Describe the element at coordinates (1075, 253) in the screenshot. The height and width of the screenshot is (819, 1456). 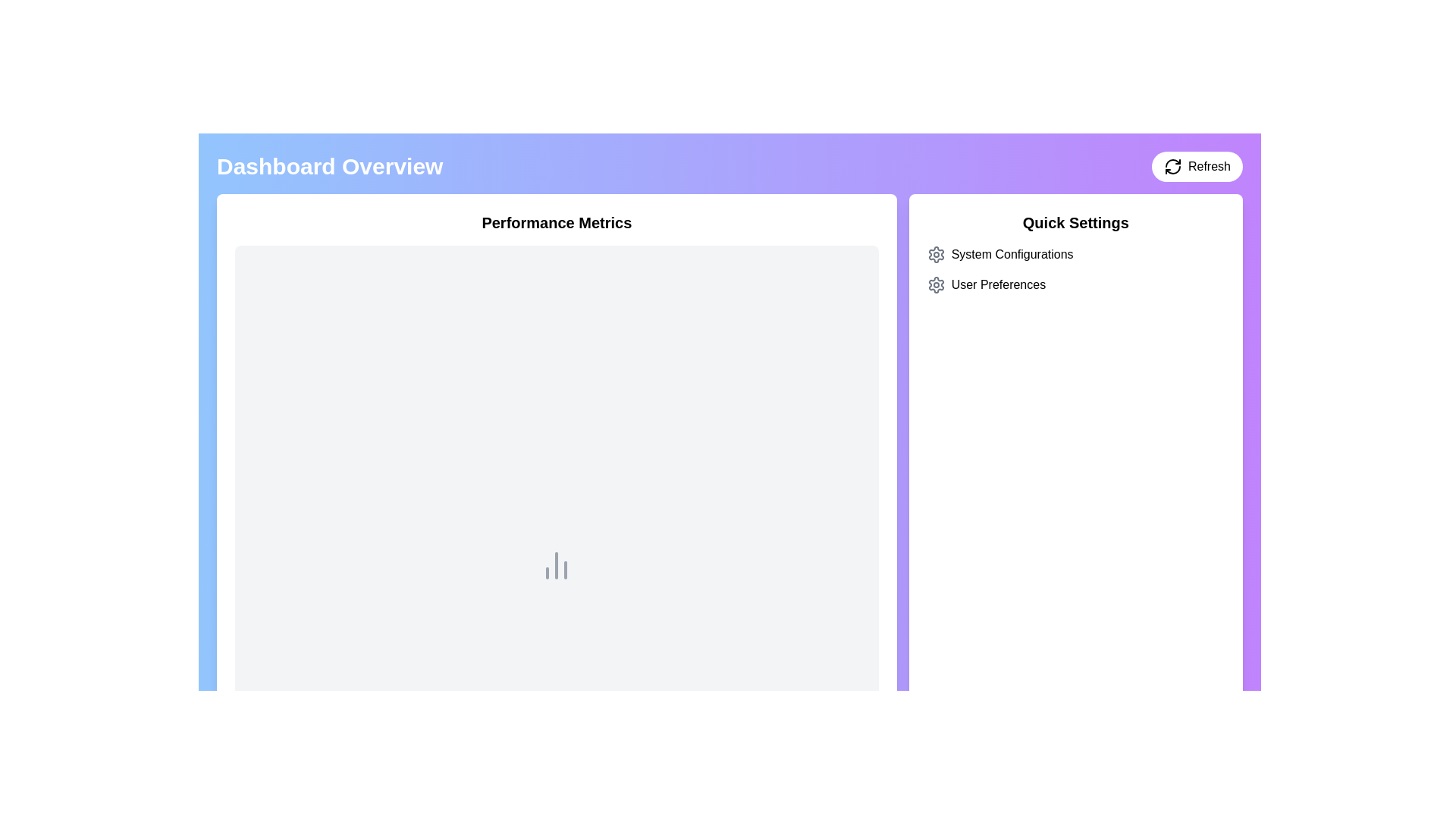
I see `the first List item in the 'Quick Settings' side panel that serves as a button for accessing system configuration settings` at that location.